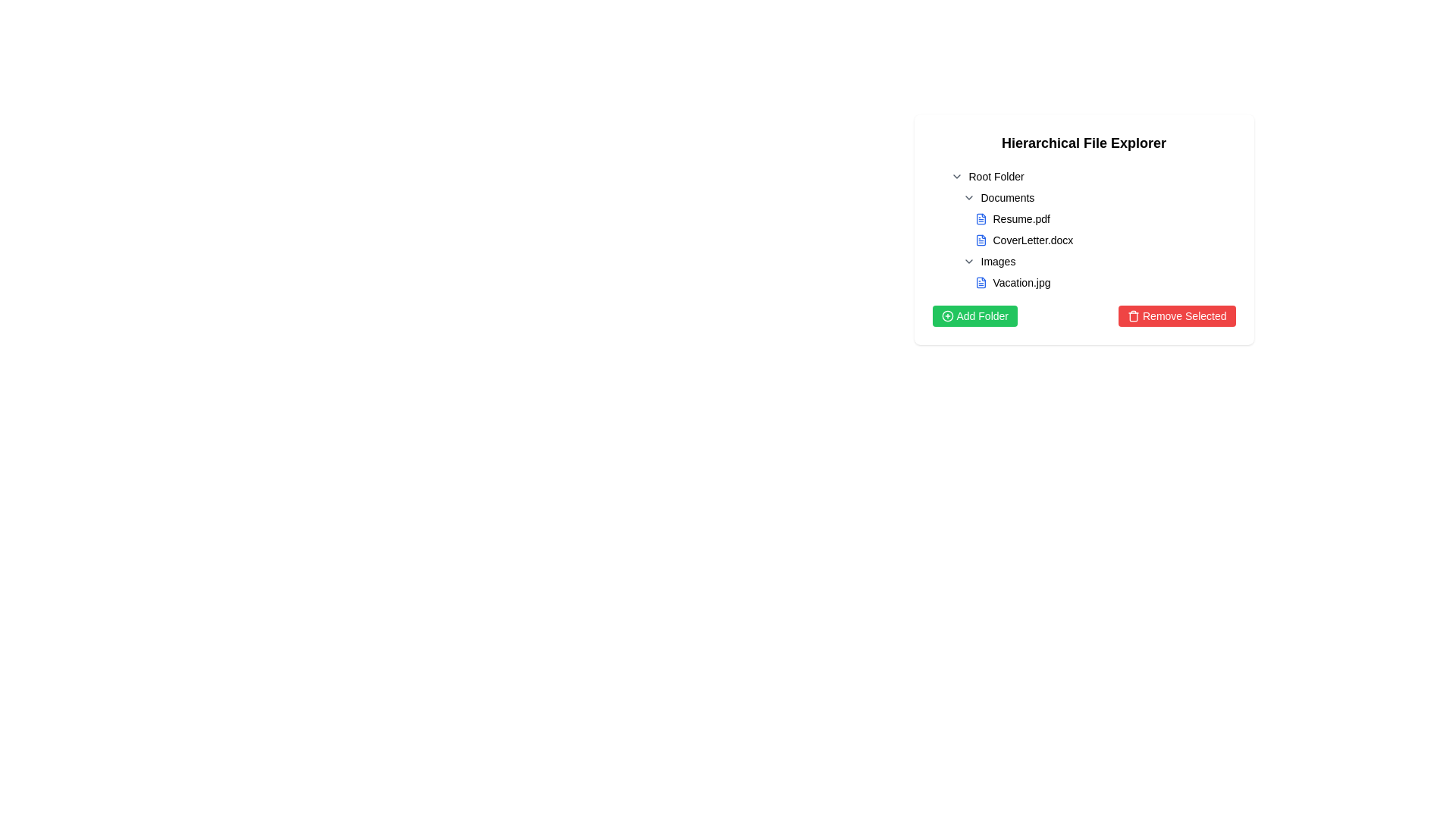 This screenshot has width=1456, height=819. I want to click on the file entry labeled 'Vacation.jpg' located under the 'Images' folder, so click(1096, 271).